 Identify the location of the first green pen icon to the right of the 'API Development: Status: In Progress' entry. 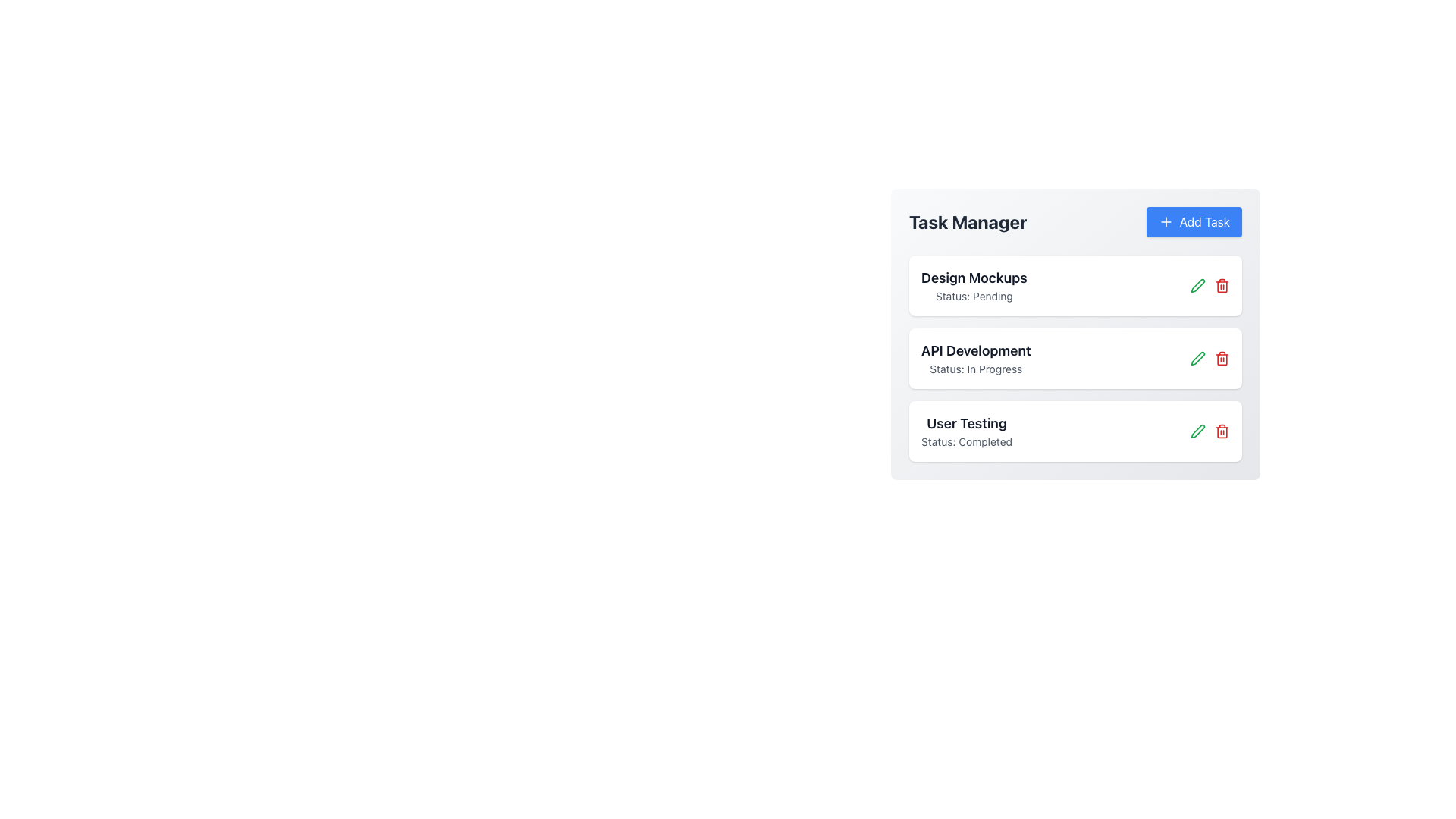
(1197, 286).